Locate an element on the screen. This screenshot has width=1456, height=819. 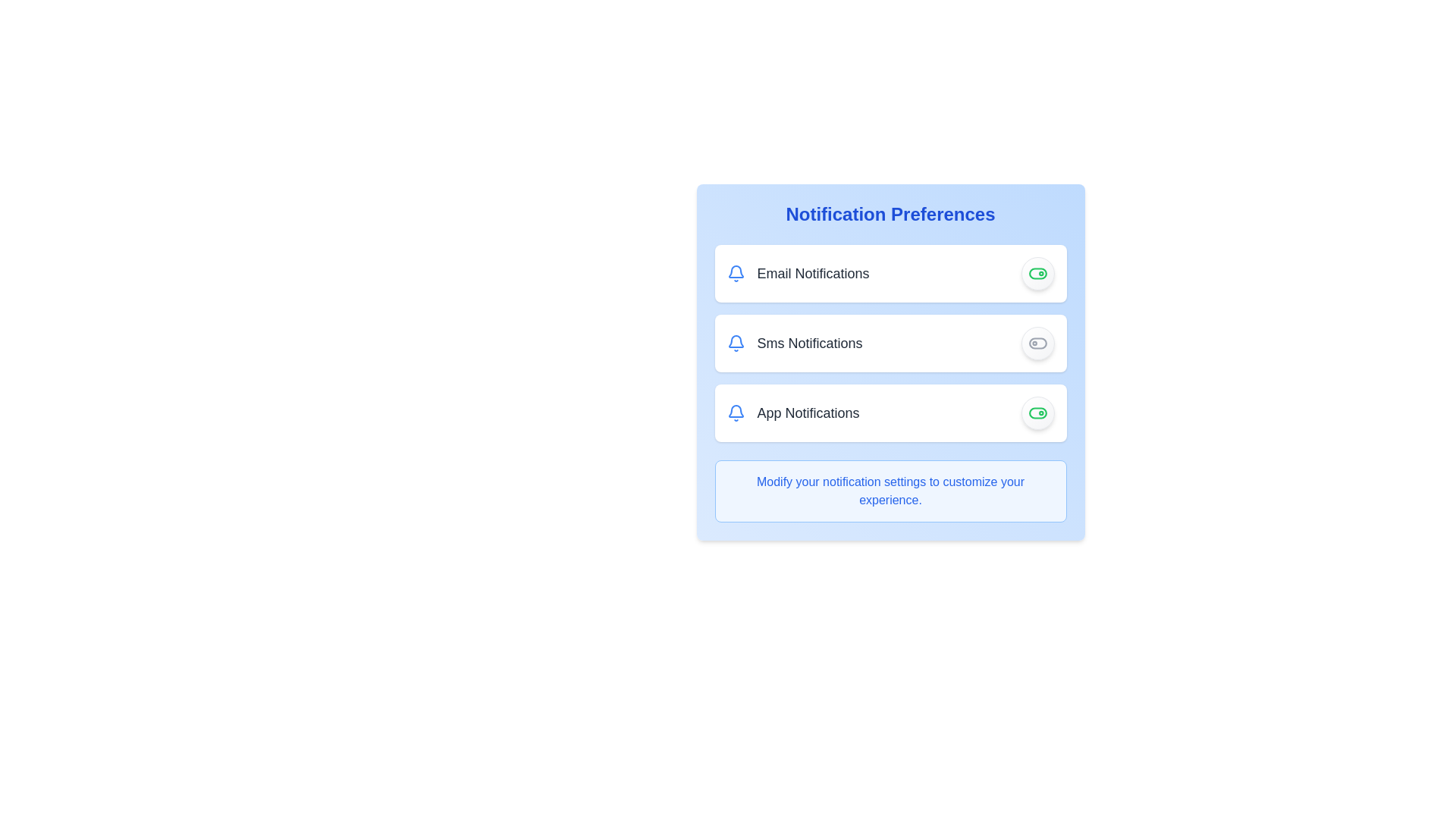
the toggle switch to change the state of the 'App Notifications' option in the notification preferences interface is located at coordinates (1037, 413).